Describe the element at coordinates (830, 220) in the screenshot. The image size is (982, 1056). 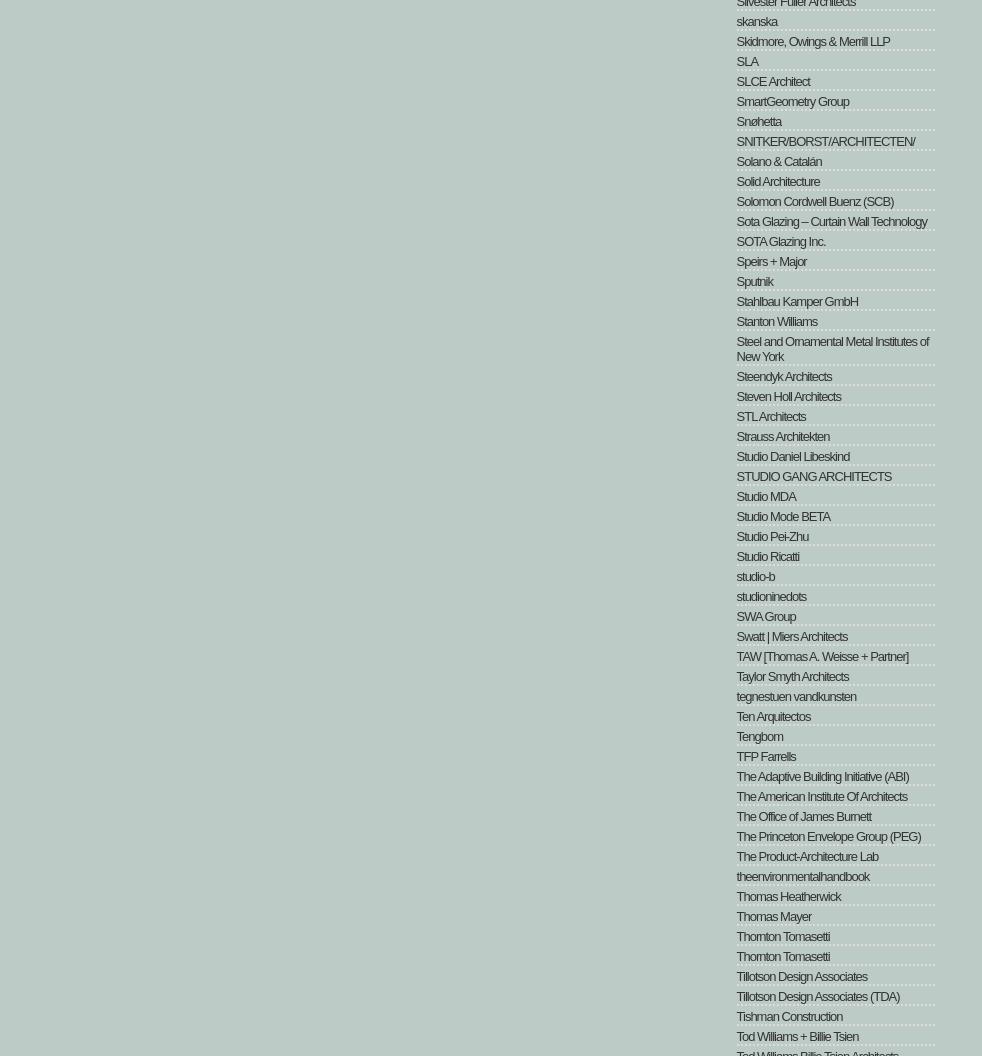
I see `'Sota Glazing – Curtain Wall Technology'` at that location.